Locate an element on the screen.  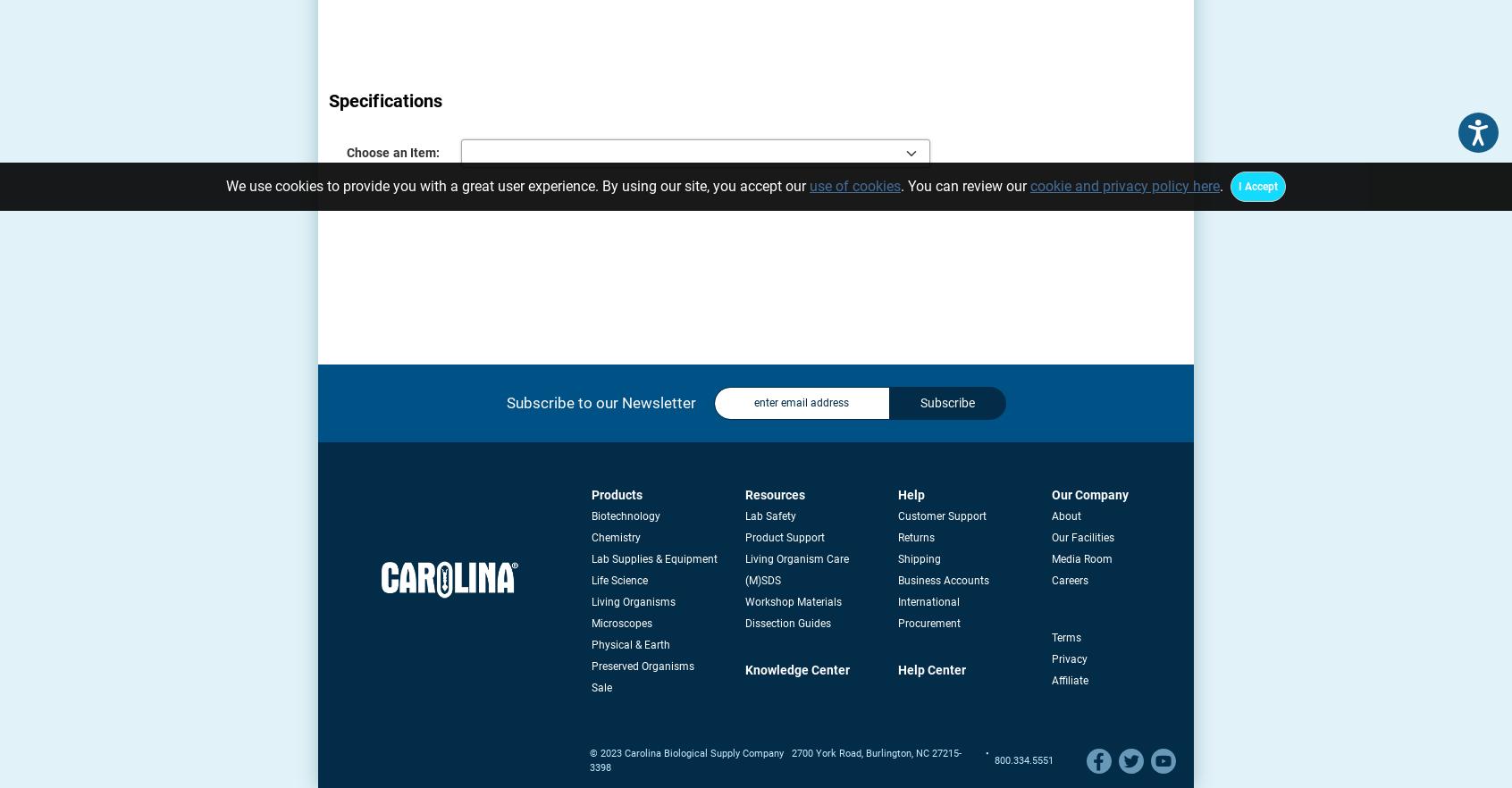
'Living Organisms' is located at coordinates (632, 601).